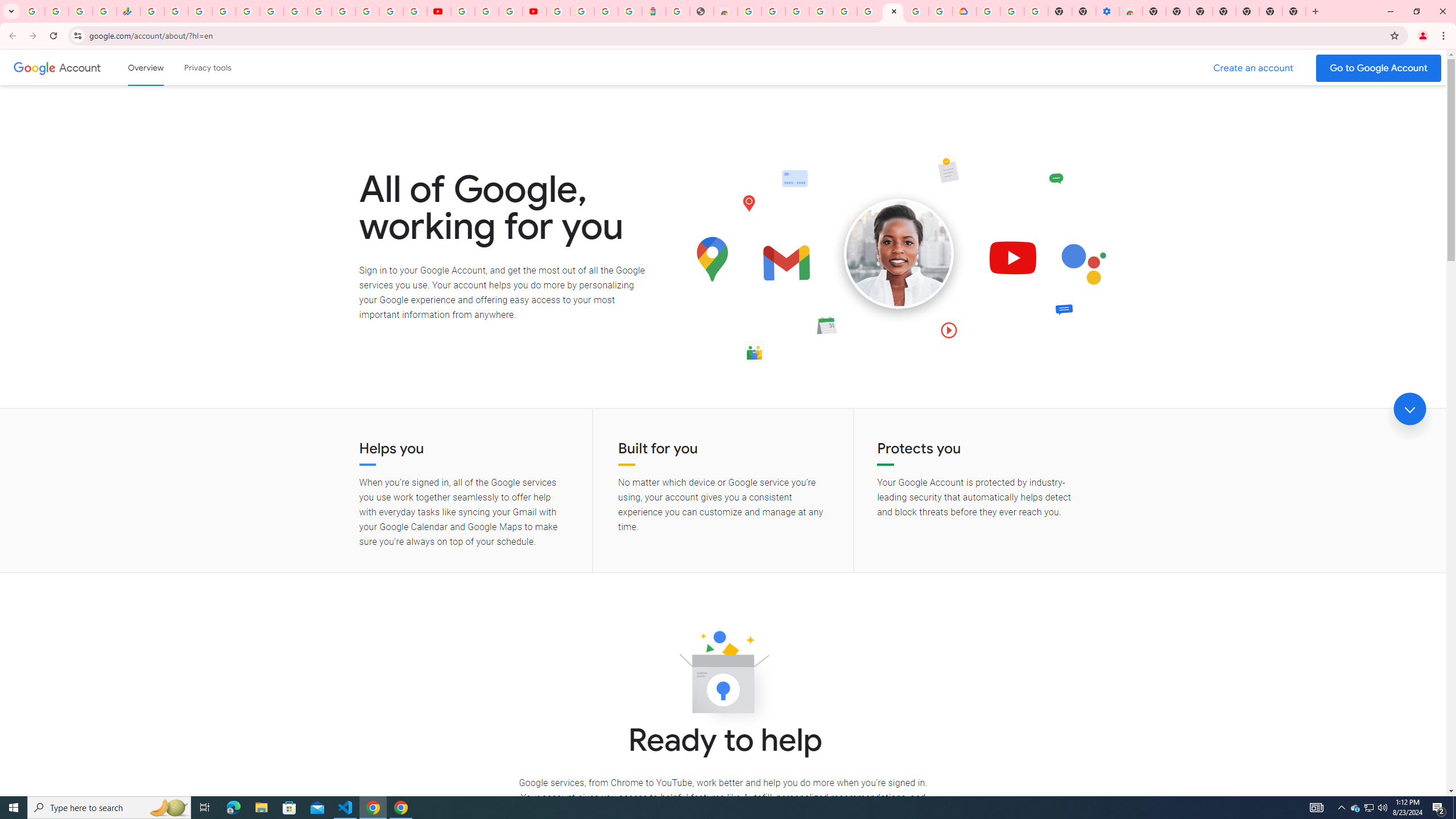  I want to click on 'Atour Hotel - Google hotels', so click(653, 11).